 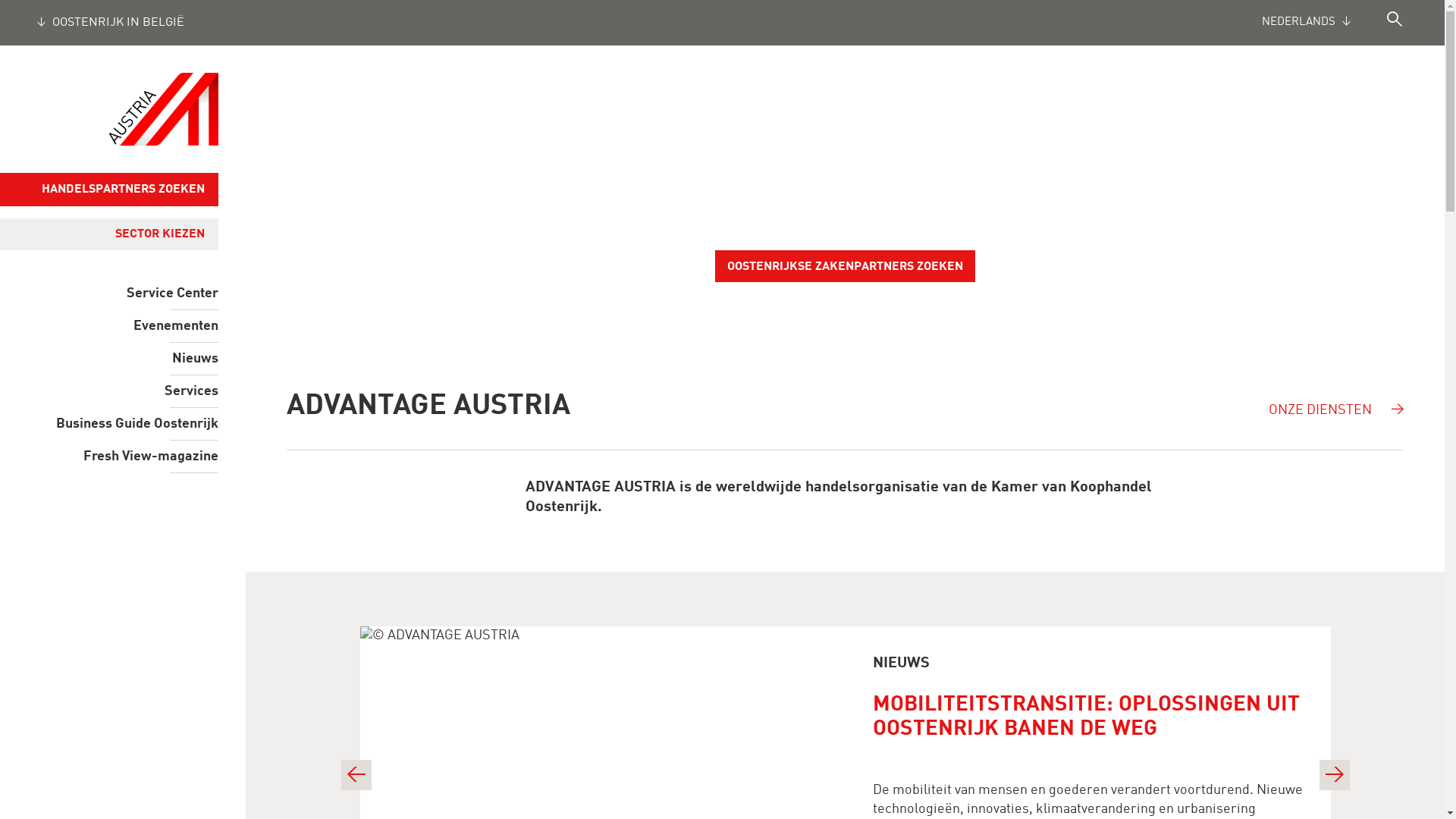 What do you see at coordinates (1323, 23) in the screenshot?
I see `'NEDERLANDS'` at bounding box center [1323, 23].